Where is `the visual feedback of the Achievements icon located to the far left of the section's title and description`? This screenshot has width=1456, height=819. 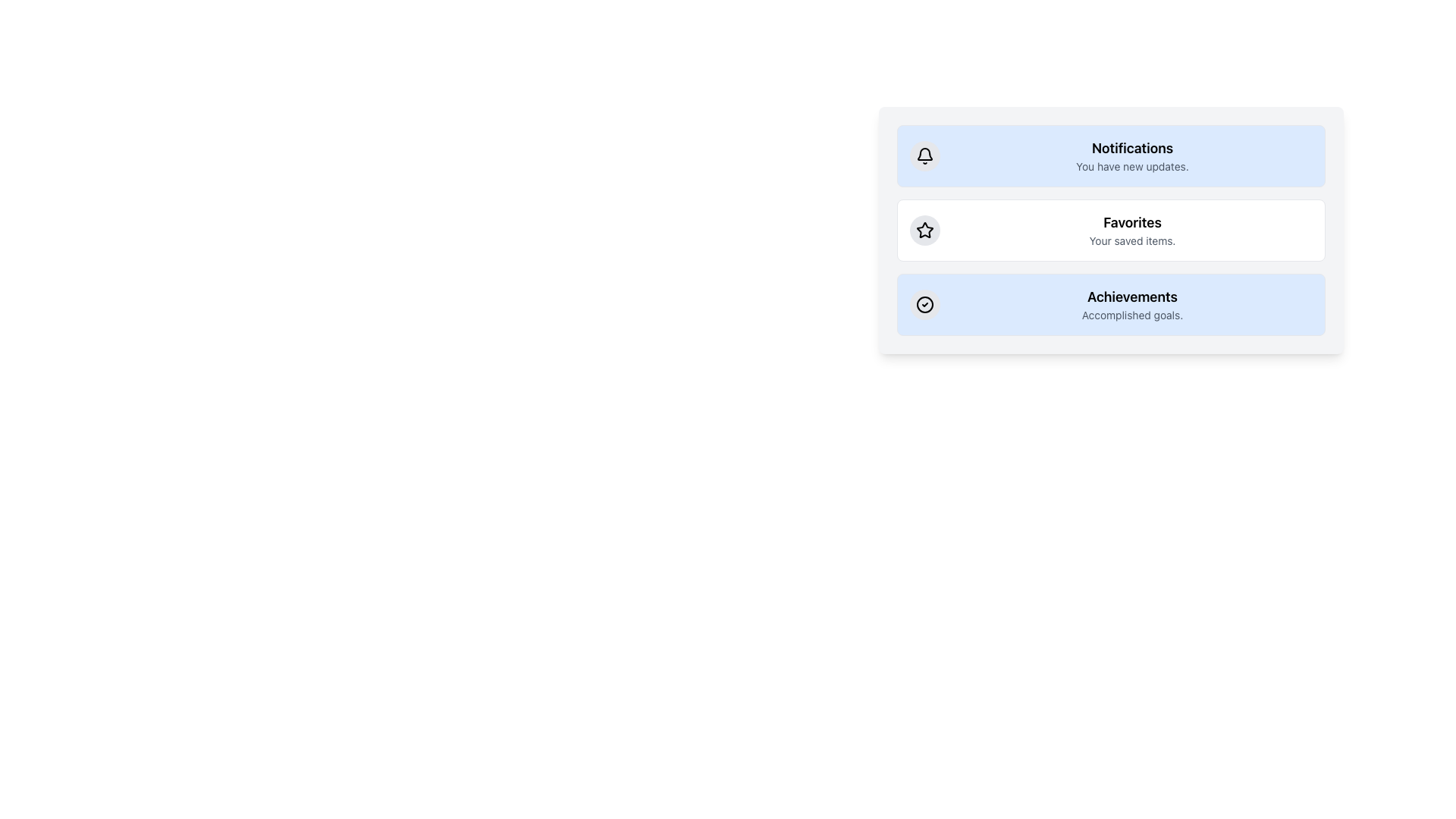 the visual feedback of the Achievements icon located to the far left of the section's title and description is located at coordinates (924, 304).